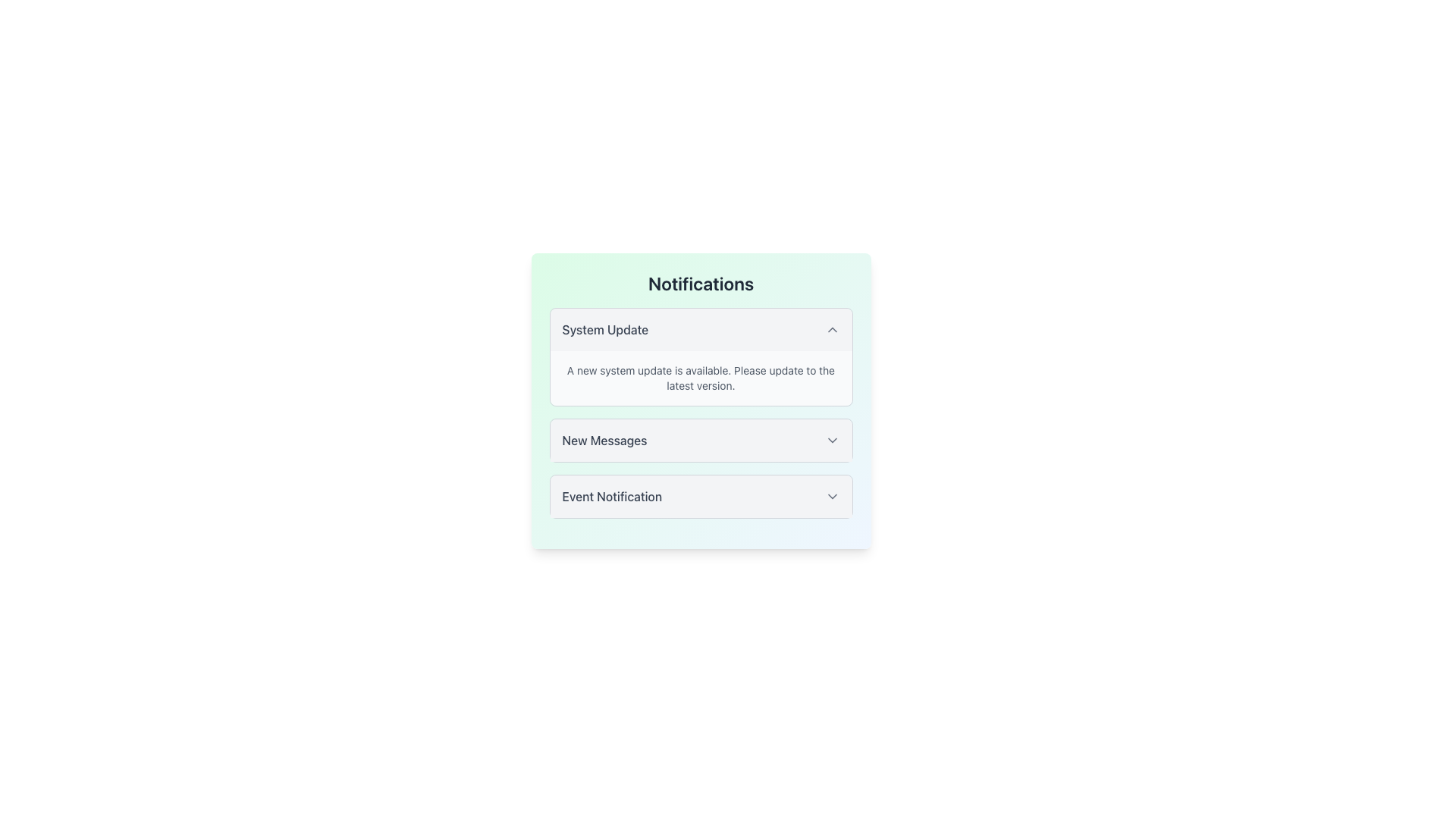  Describe the element at coordinates (612, 497) in the screenshot. I see `the 'Event Notification' text label which is styled in medium-weight gray font and centered within a rounded light background box` at that location.